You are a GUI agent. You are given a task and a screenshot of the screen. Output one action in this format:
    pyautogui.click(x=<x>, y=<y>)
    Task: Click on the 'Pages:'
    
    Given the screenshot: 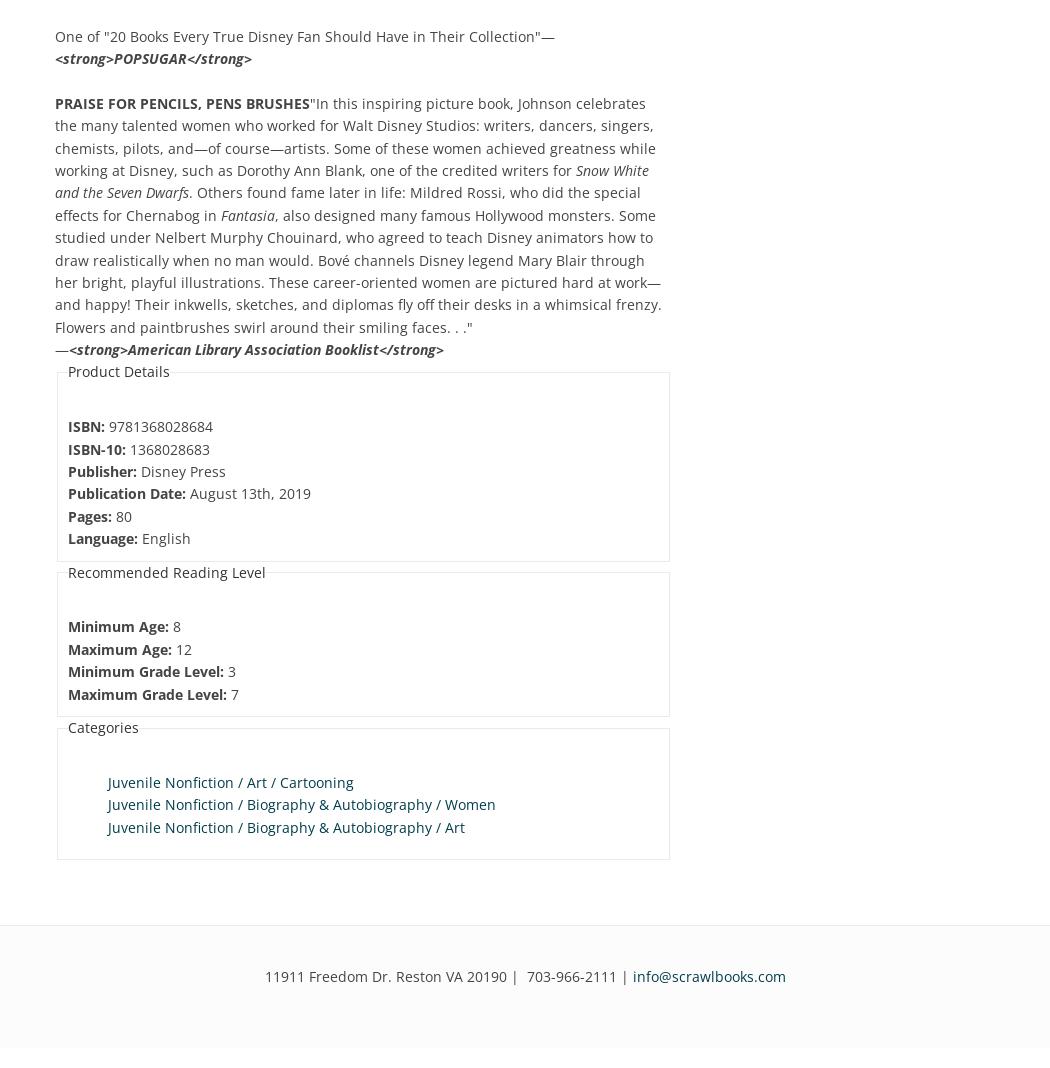 What is the action you would take?
    pyautogui.click(x=89, y=515)
    